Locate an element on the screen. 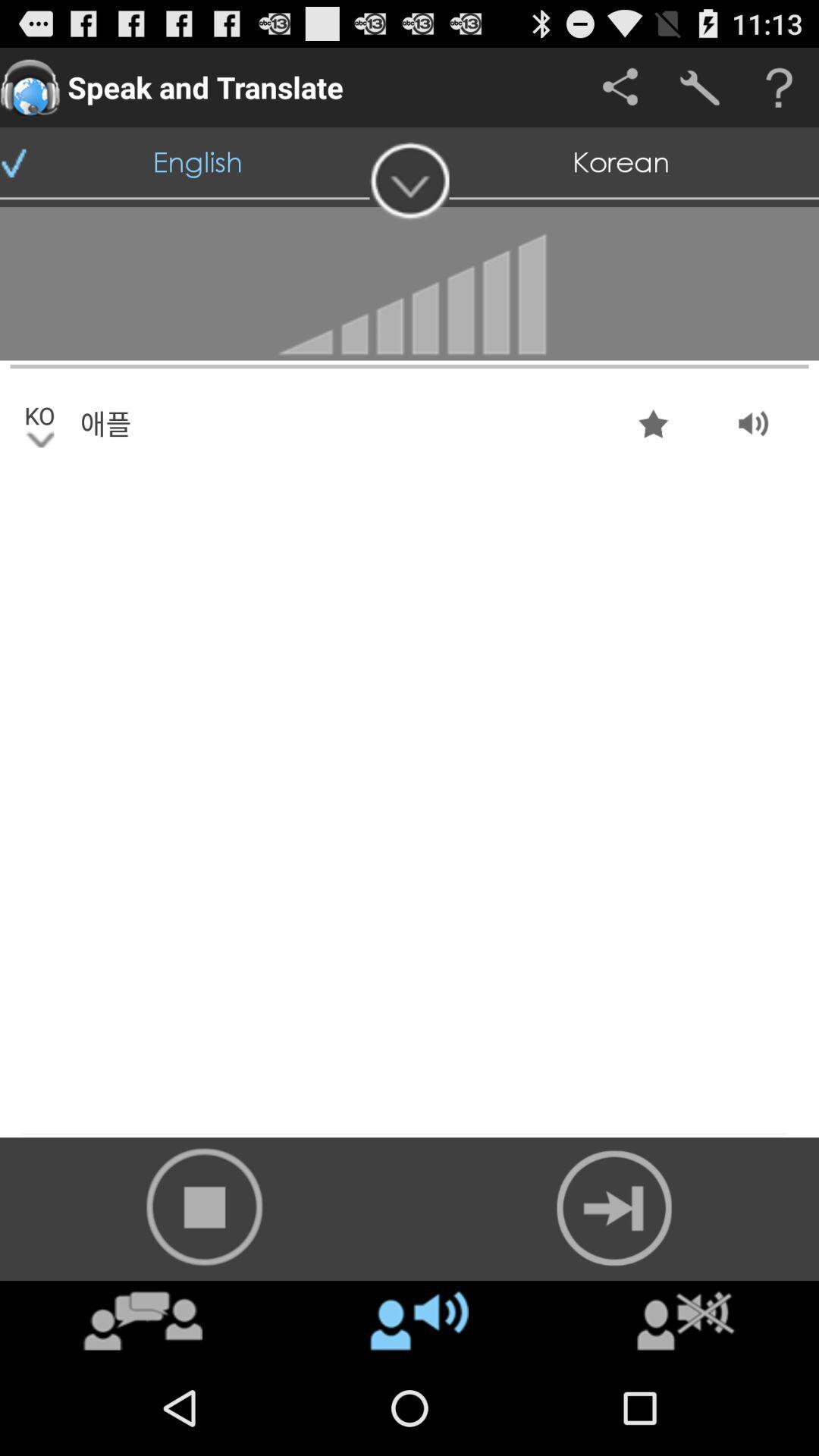 Image resolution: width=819 pixels, height=1456 pixels. tap for tools is located at coordinates (699, 86).